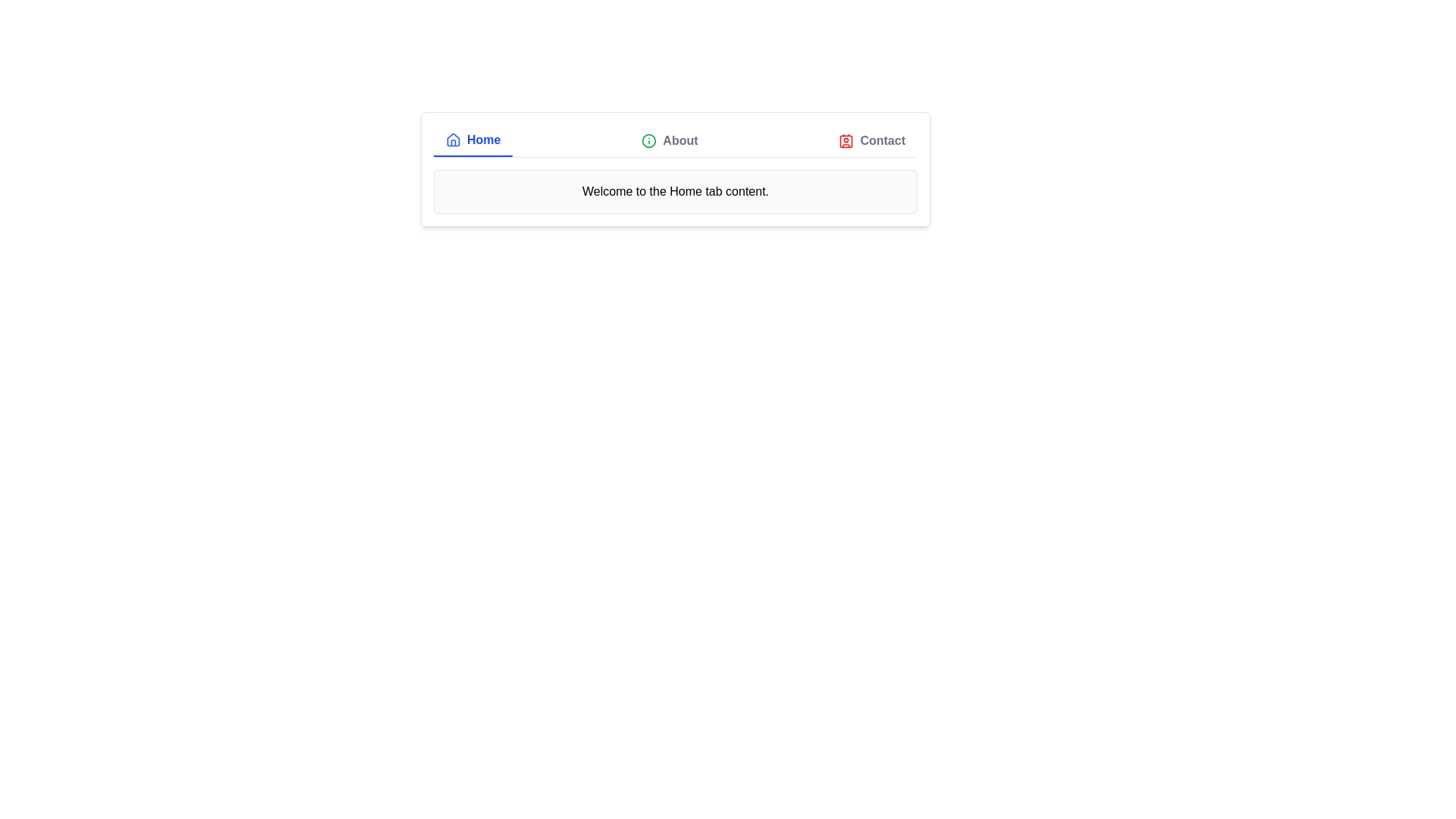 This screenshot has width=1456, height=819. Describe the element at coordinates (669, 140) in the screenshot. I see `the 'About' navigation tab located centrally in the navigation bar, positioned between the 'Home' and 'Contact' tabs` at that location.